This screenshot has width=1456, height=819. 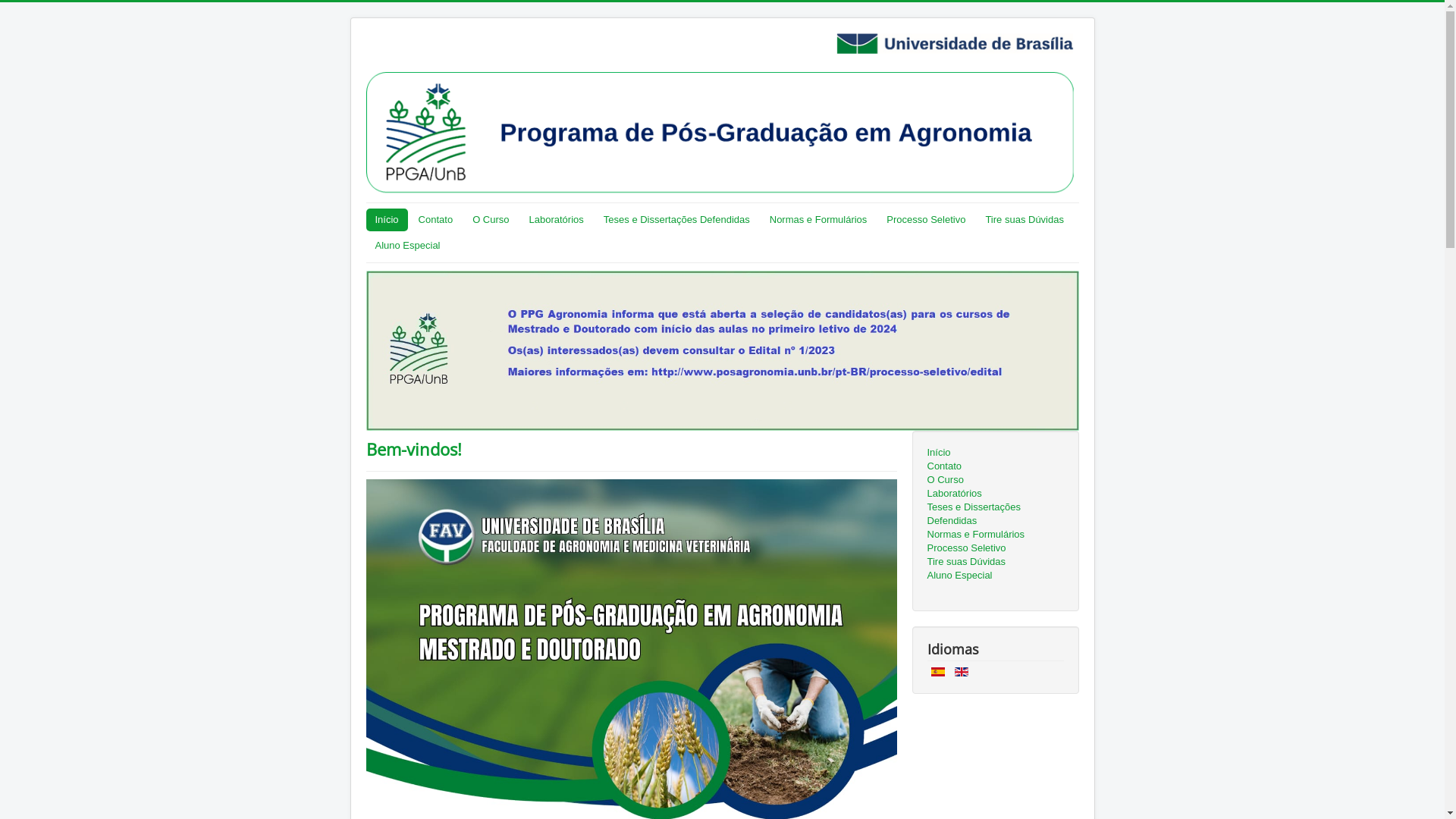 I want to click on 'Contato', so click(x=435, y=219).